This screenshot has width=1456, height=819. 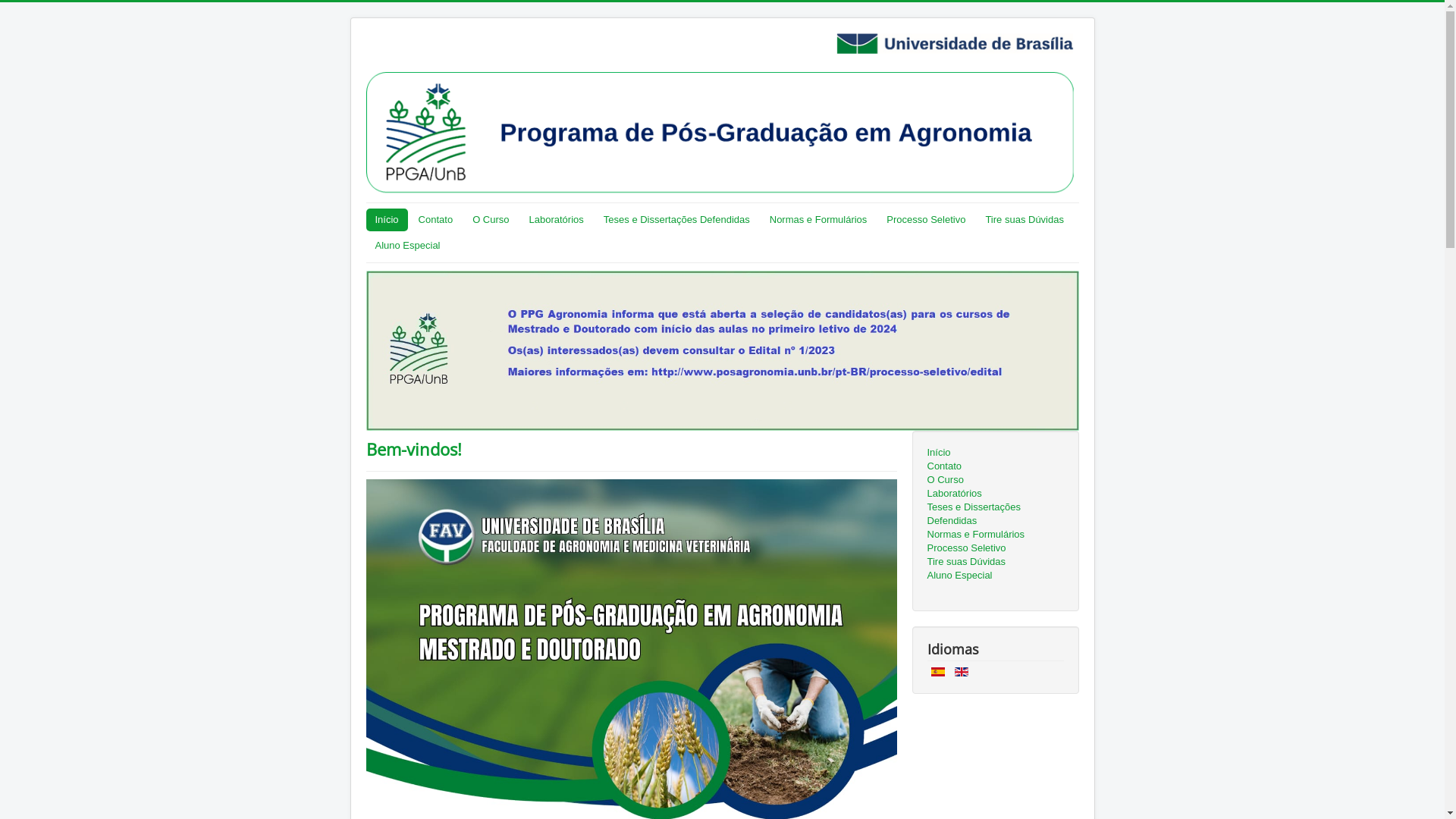 I want to click on 'Contato', so click(x=435, y=219).